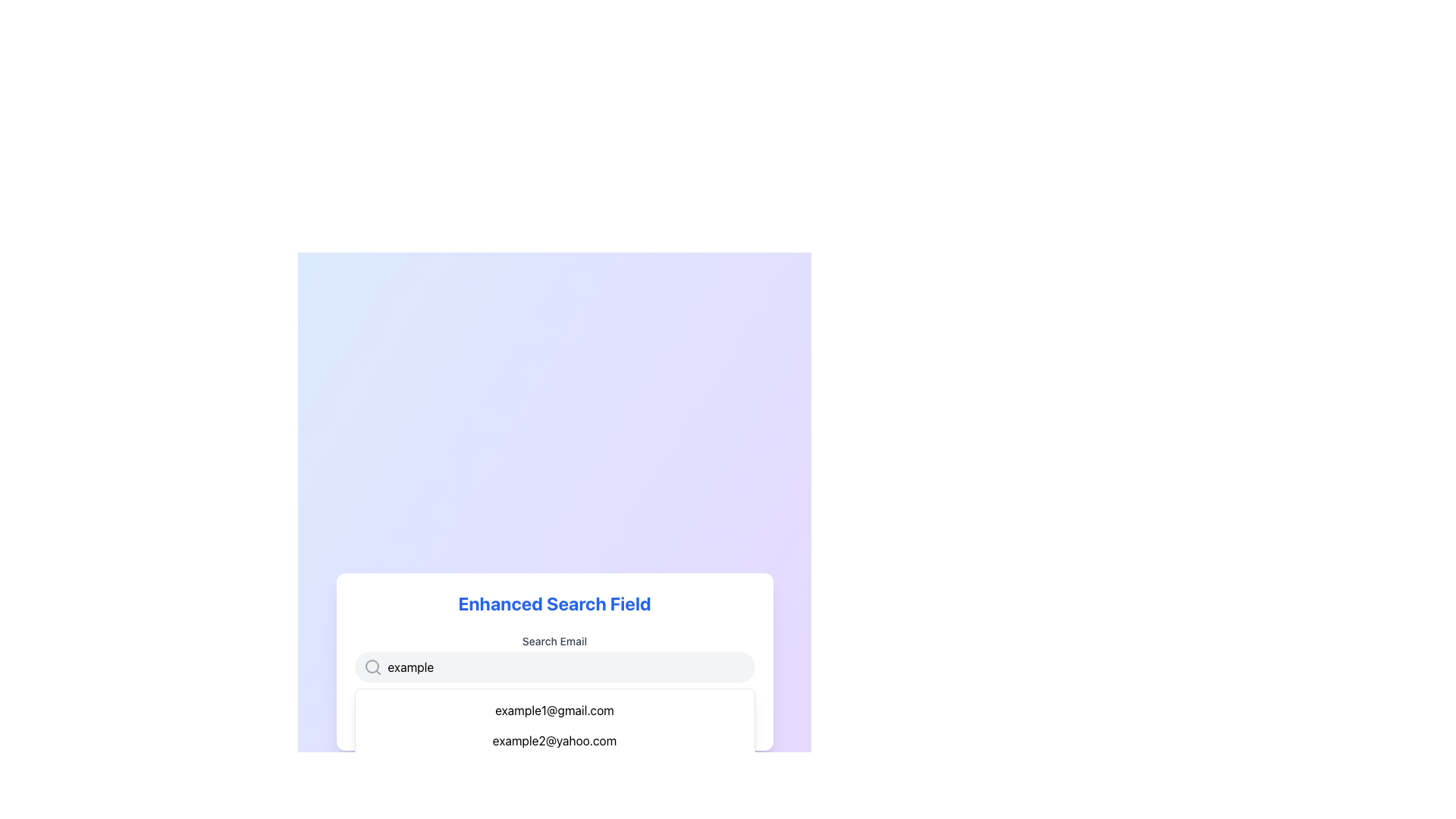 Image resolution: width=1456 pixels, height=819 pixels. What do you see at coordinates (554, 740) in the screenshot?
I see `the second option in the dropdown menu for email selection` at bounding box center [554, 740].